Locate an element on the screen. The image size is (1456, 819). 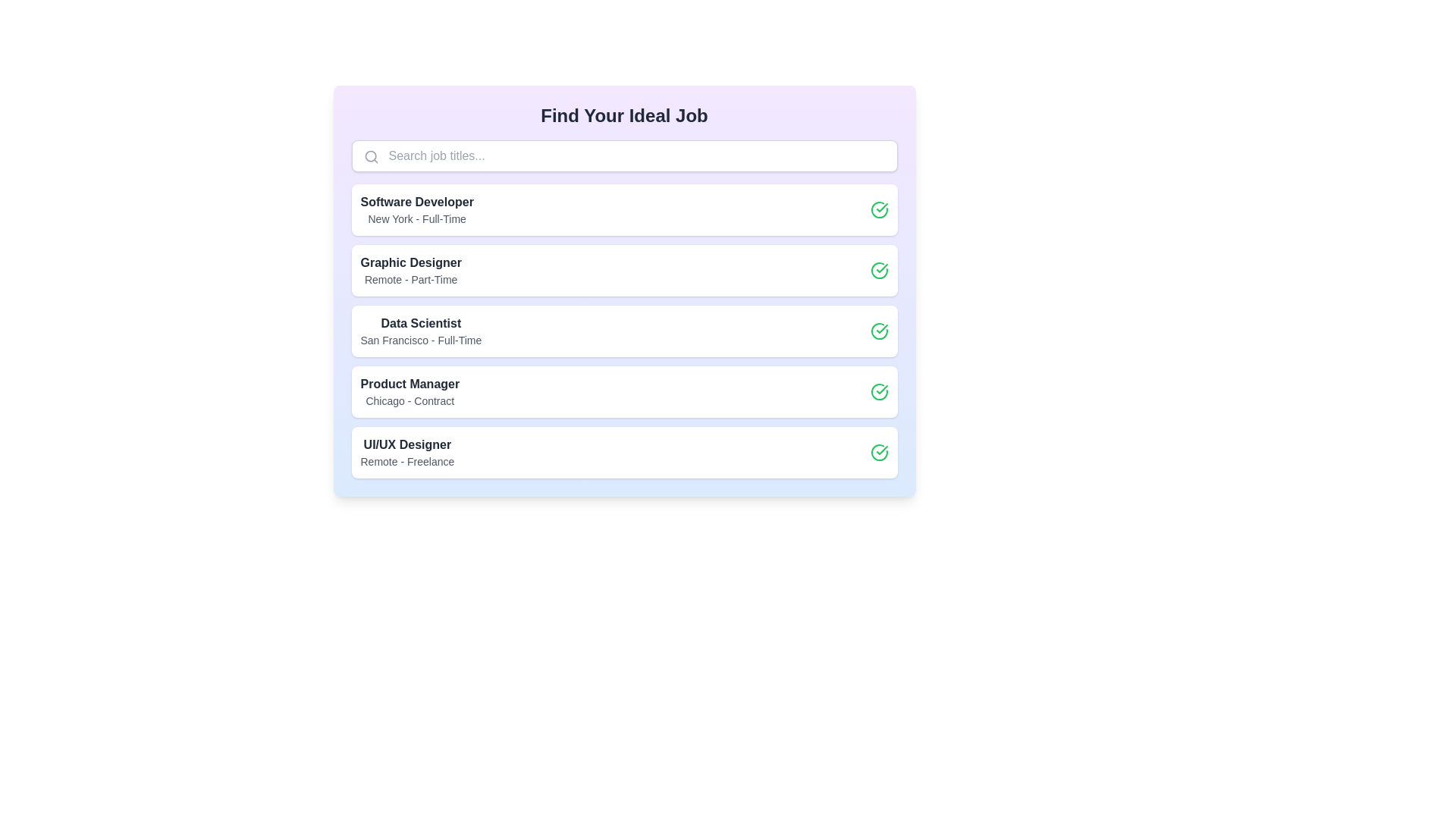
the status of the checkmark icon indicating the selection of the job listing for 'Product Manager, Chicago - Contract' located in the far right corner of its row is located at coordinates (879, 391).